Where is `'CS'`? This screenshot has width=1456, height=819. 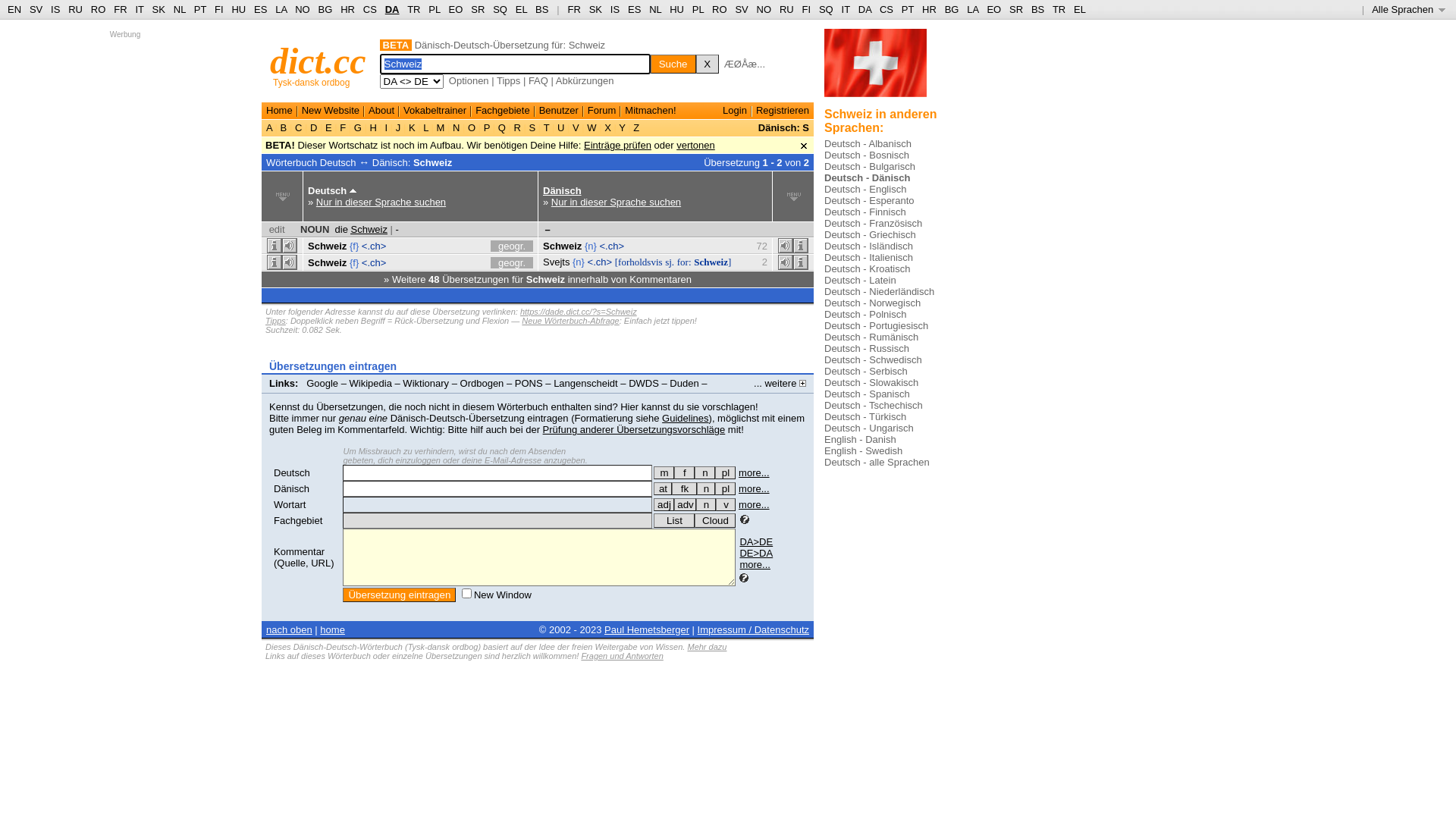
'CS' is located at coordinates (370, 9).